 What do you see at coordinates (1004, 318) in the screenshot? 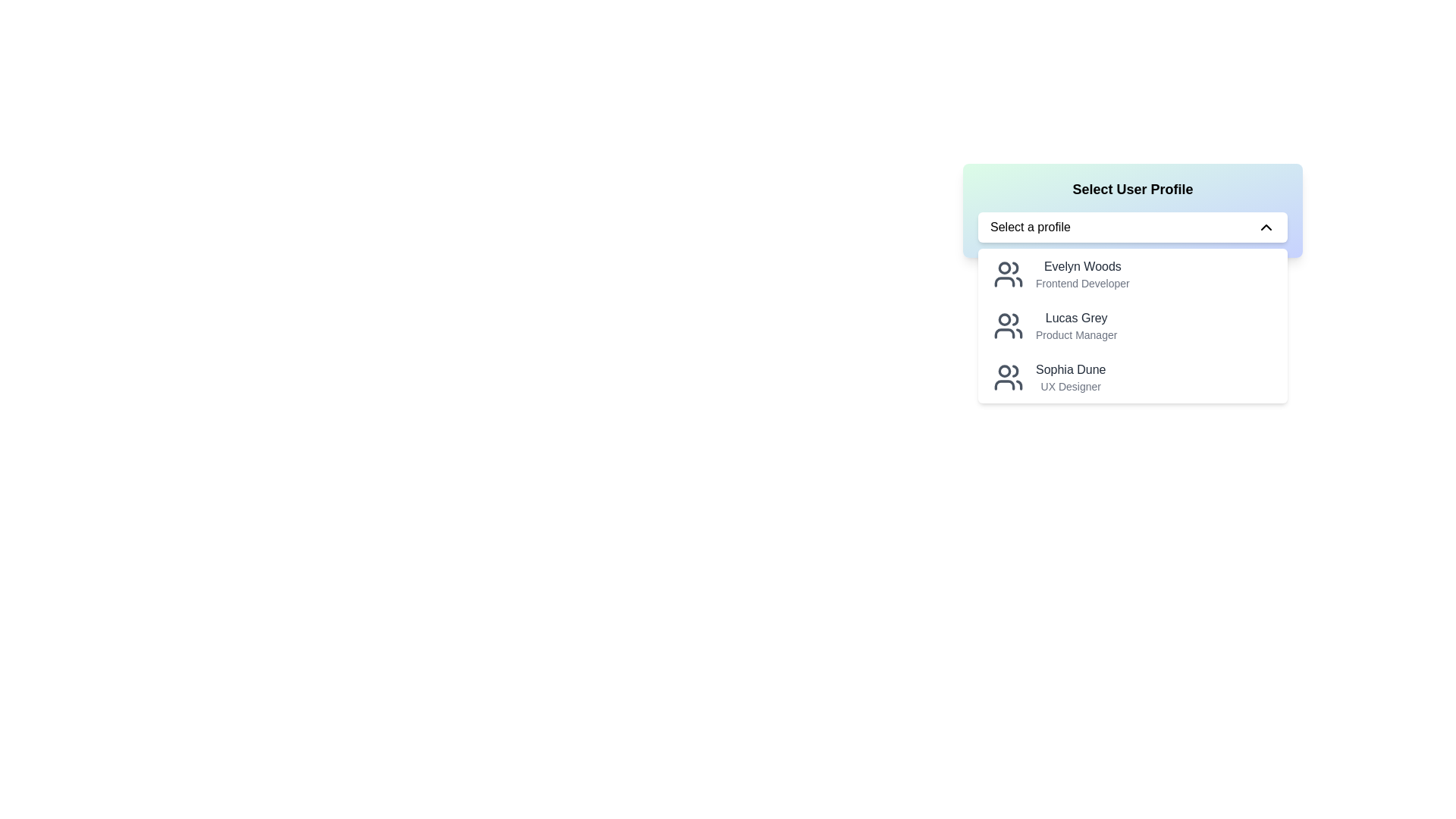
I see `the SVG Circle representing the head of the user icon for 'Lucas Grey' located in the second item of the user profile list under the 'Select User Profile' dropdown` at bounding box center [1004, 318].